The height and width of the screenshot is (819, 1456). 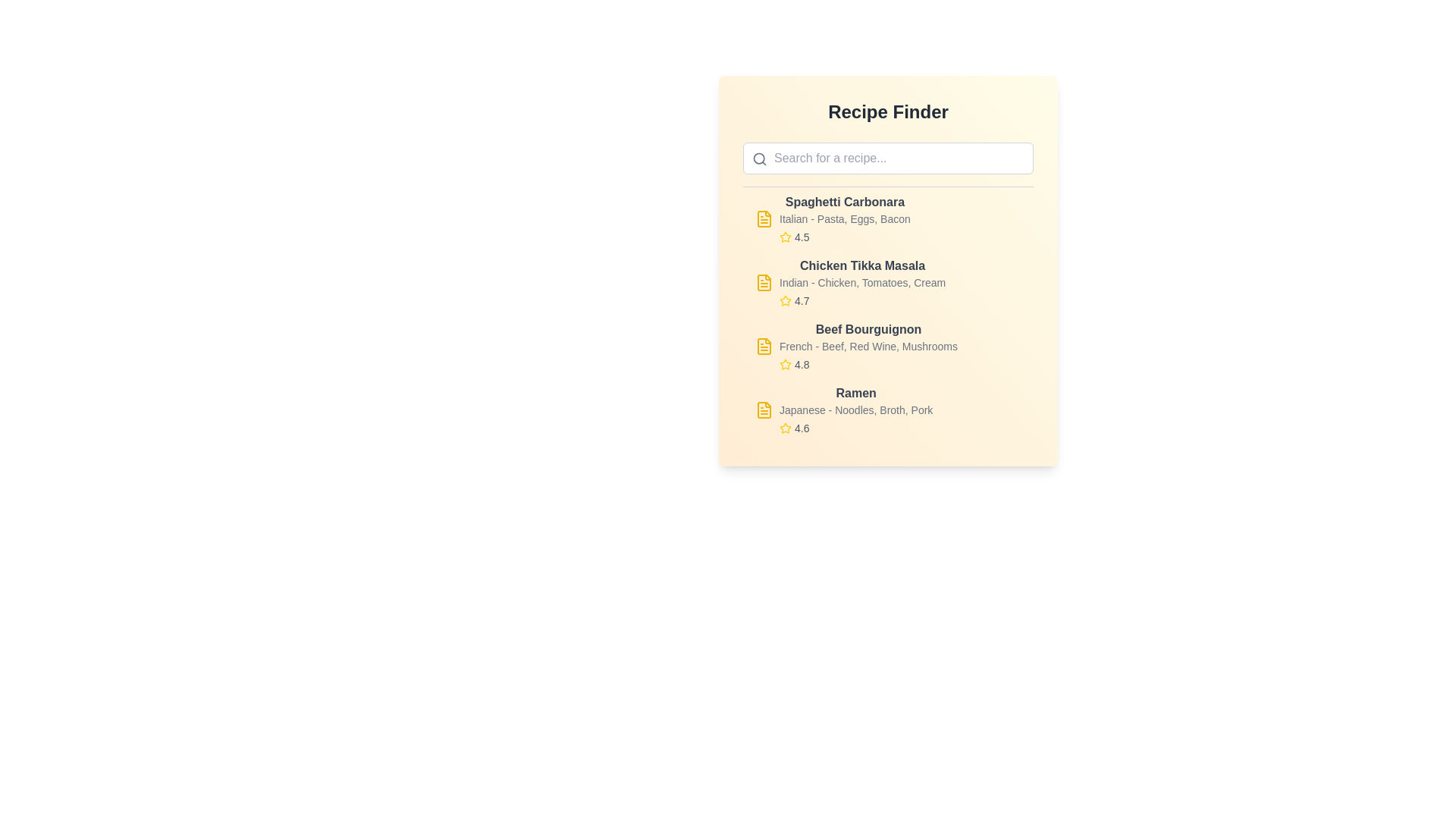 What do you see at coordinates (786, 301) in the screenshot?
I see `the rating represented by the yellow star icon with a gray outline located next to the text '4.7' in the first position of the rating system for the recipe 'Chicken Tikka Masala'` at bounding box center [786, 301].